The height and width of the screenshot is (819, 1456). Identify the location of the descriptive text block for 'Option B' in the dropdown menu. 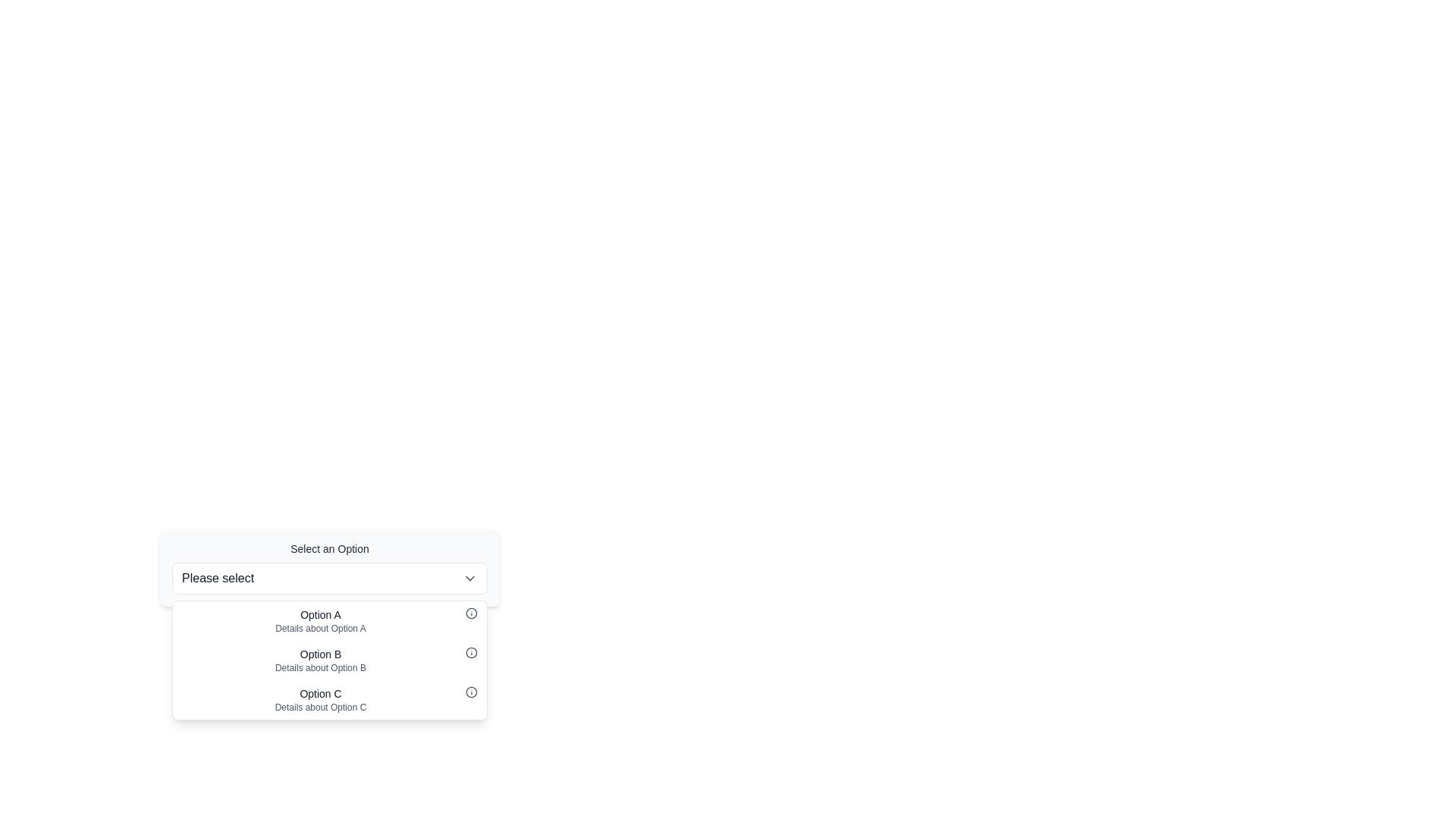
(319, 660).